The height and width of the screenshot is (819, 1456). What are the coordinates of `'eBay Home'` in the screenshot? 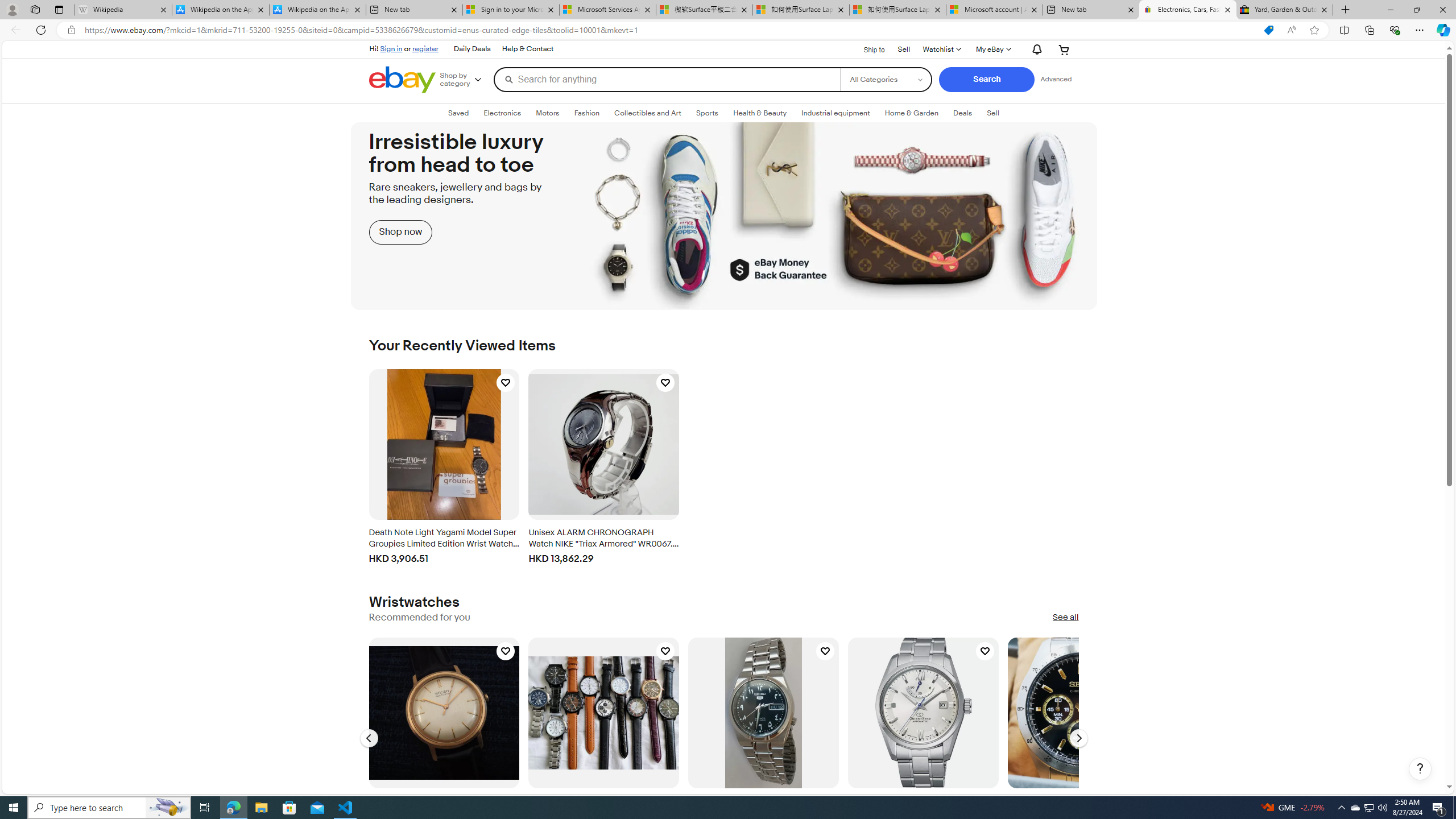 It's located at (401, 79).